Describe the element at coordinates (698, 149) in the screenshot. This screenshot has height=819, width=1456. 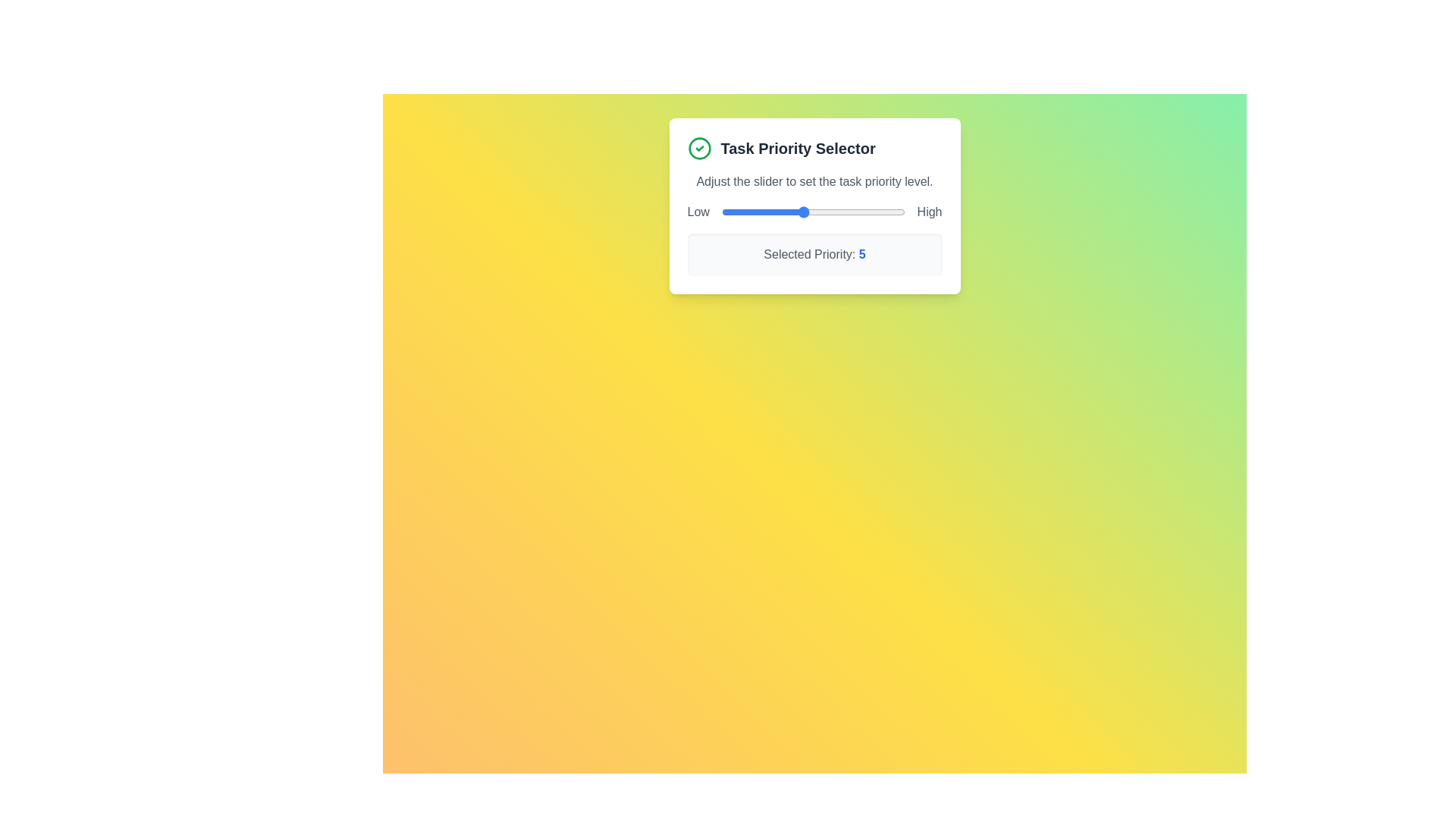
I see `the green checkmark icon in the header of the Task Priority Selector` at that location.